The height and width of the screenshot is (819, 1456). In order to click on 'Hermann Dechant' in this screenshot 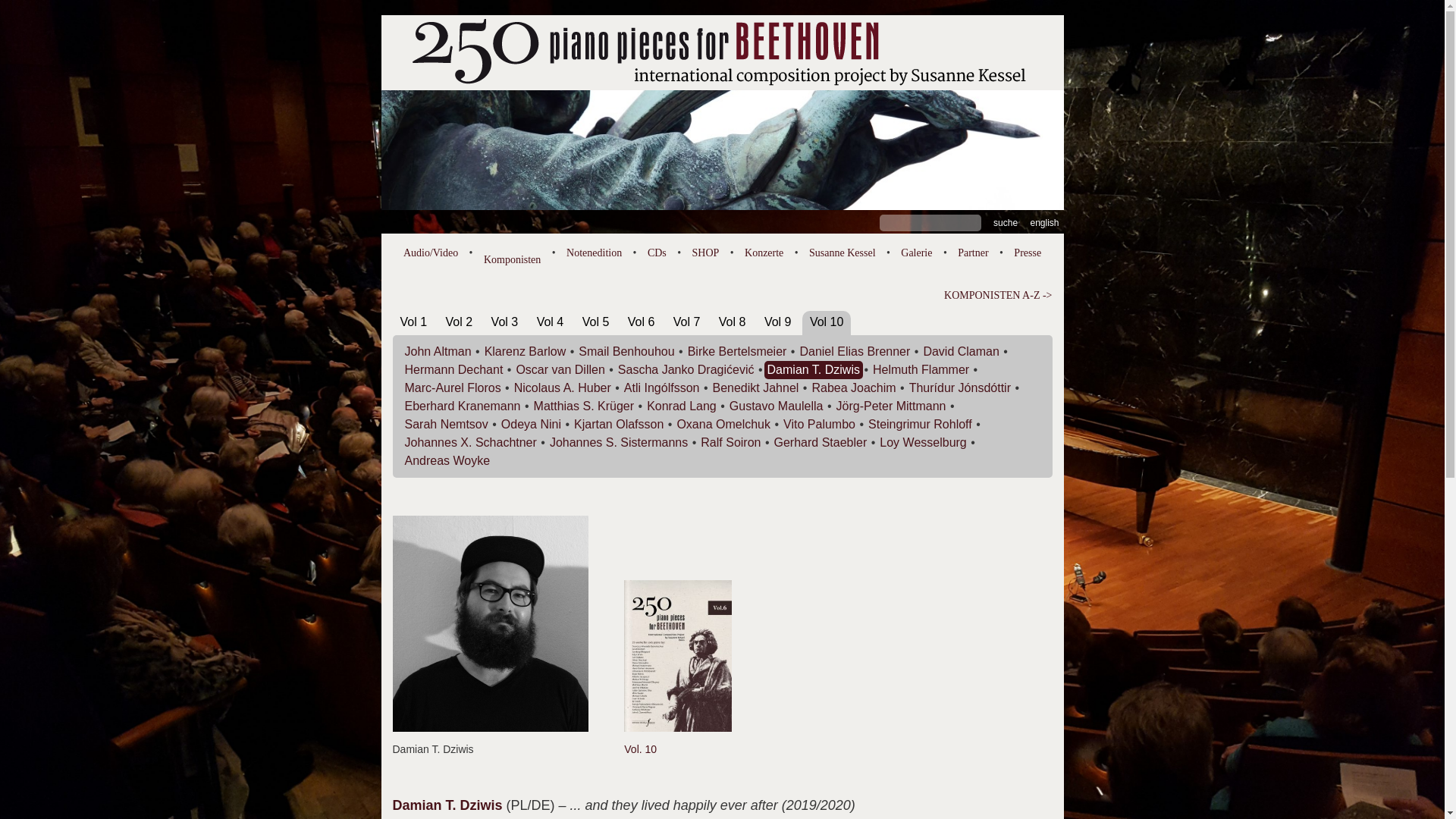, I will do `click(453, 369)`.